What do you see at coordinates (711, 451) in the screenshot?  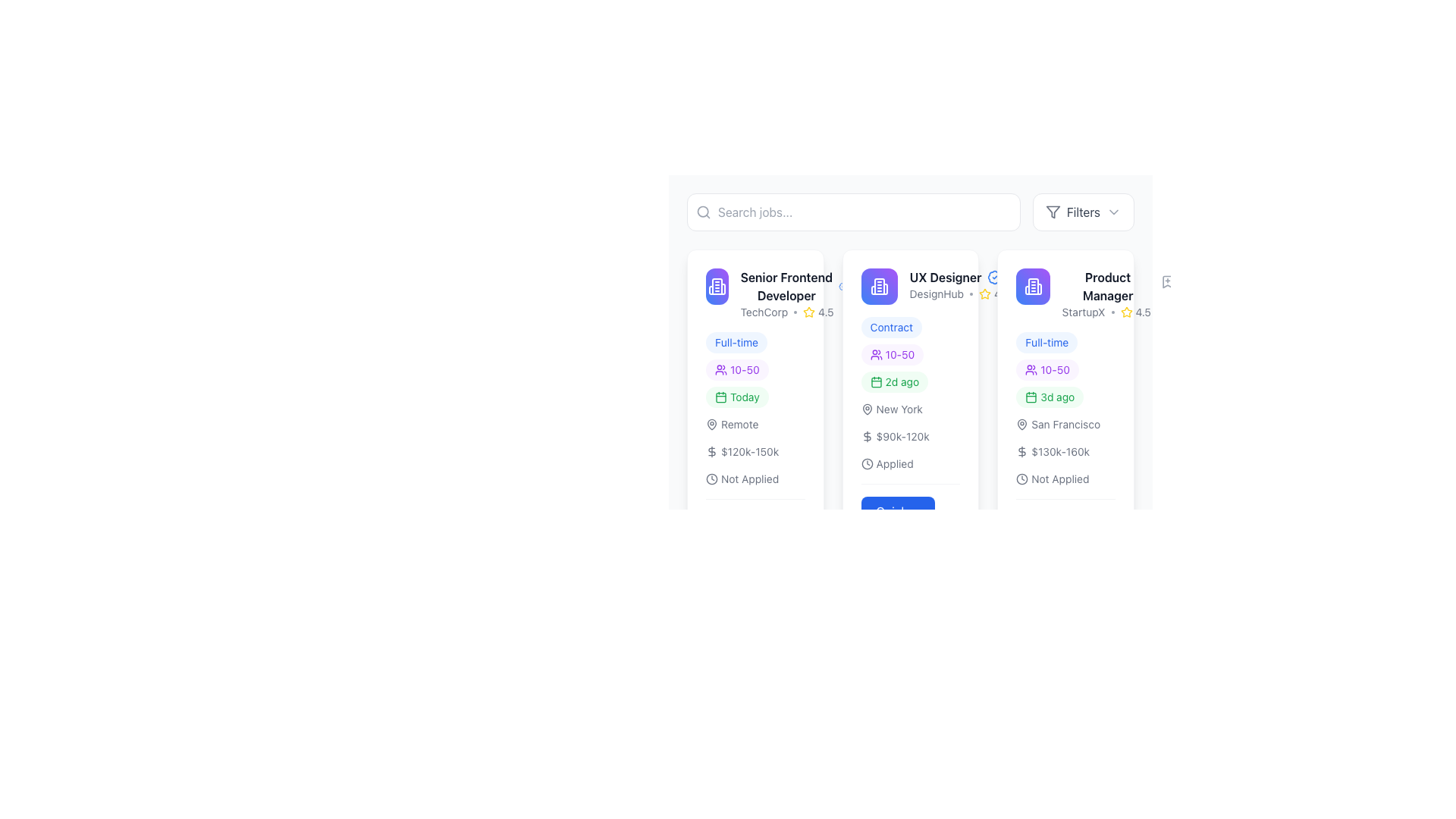 I see `the outlined dollar symbol icon located next to the salary range text '$120k-150k' in the bottom section of the job advertisement card` at bounding box center [711, 451].